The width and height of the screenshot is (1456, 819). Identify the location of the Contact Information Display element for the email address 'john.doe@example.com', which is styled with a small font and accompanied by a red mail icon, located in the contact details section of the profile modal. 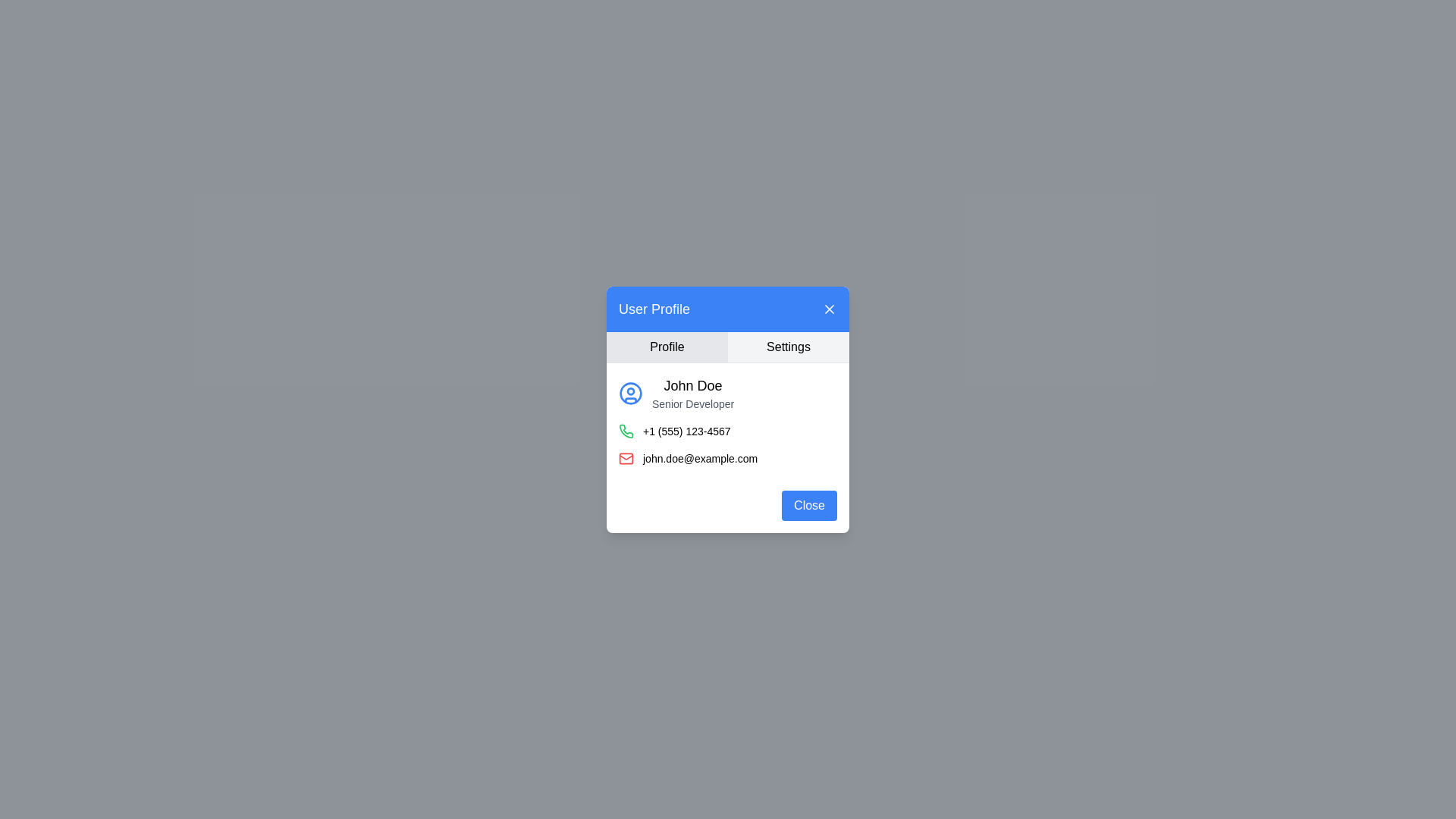
(728, 457).